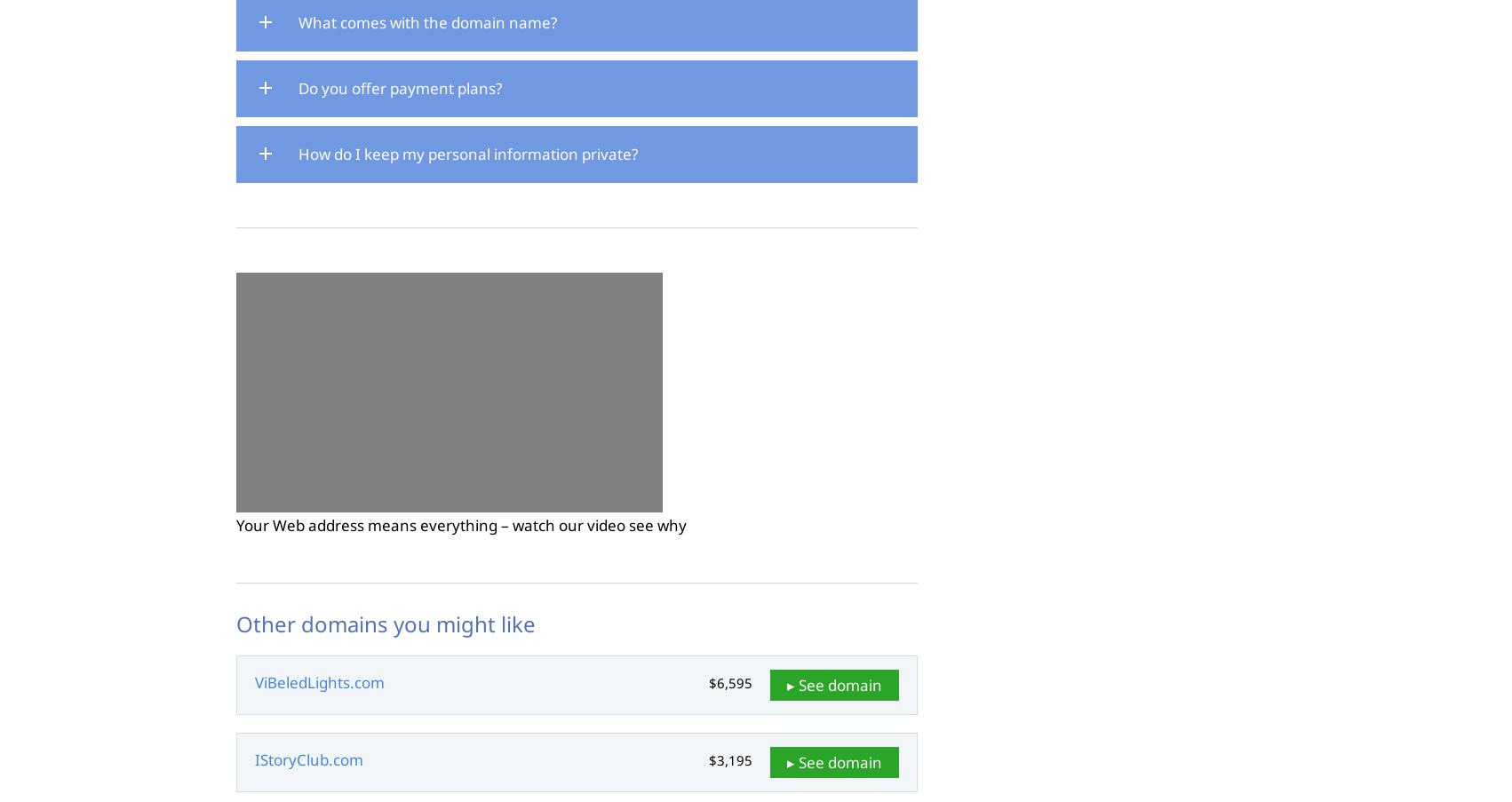  What do you see at coordinates (426, 21) in the screenshot?
I see `'What comes with the domain name?'` at bounding box center [426, 21].